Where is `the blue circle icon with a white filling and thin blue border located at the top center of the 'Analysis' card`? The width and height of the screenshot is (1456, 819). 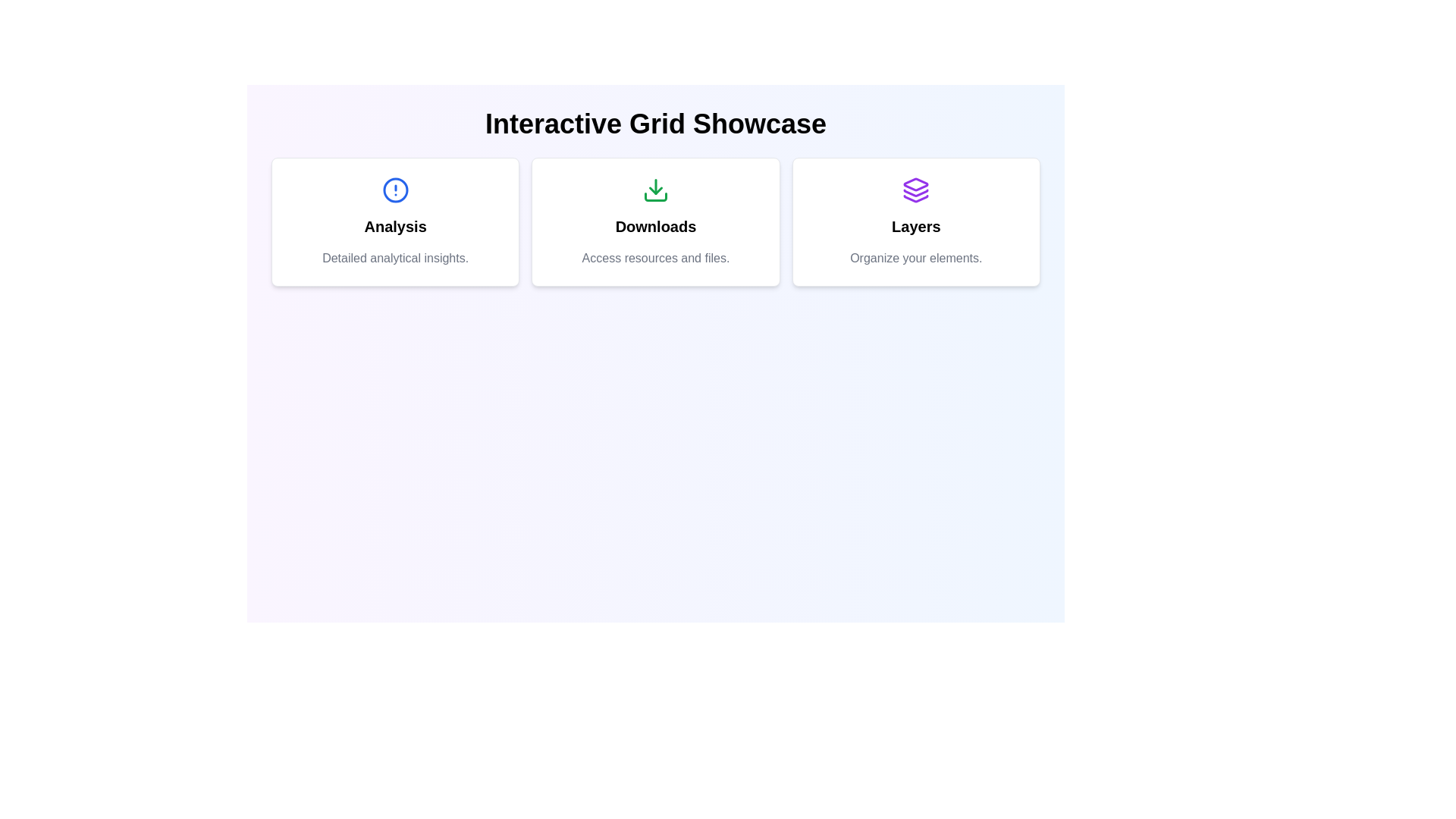 the blue circle icon with a white filling and thin blue border located at the top center of the 'Analysis' card is located at coordinates (395, 189).